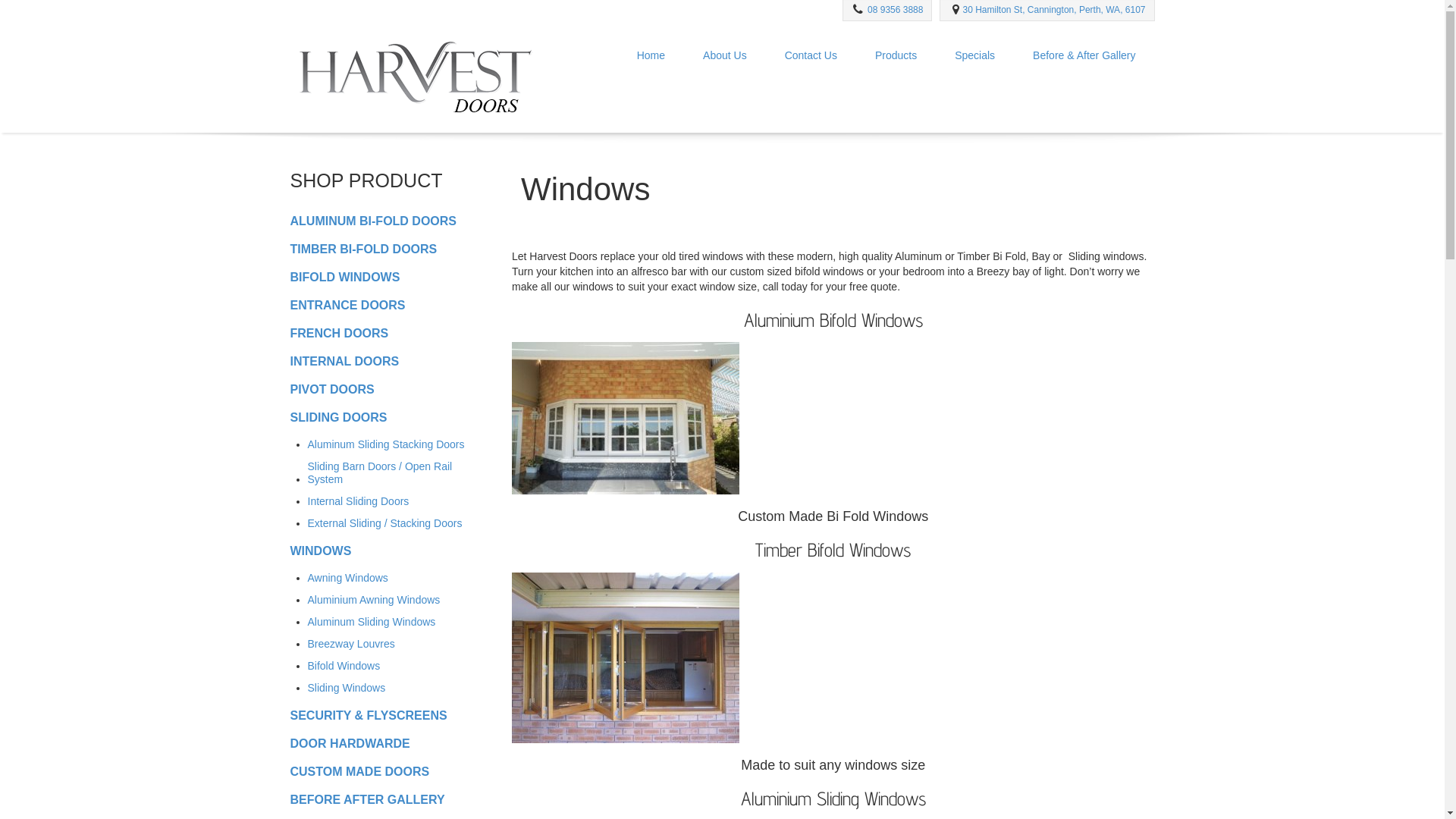 This screenshot has width=1456, height=819. What do you see at coordinates (359, 770) in the screenshot?
I see `'CUSTOM MADE DOORS'` at bounding box center [359, 770].